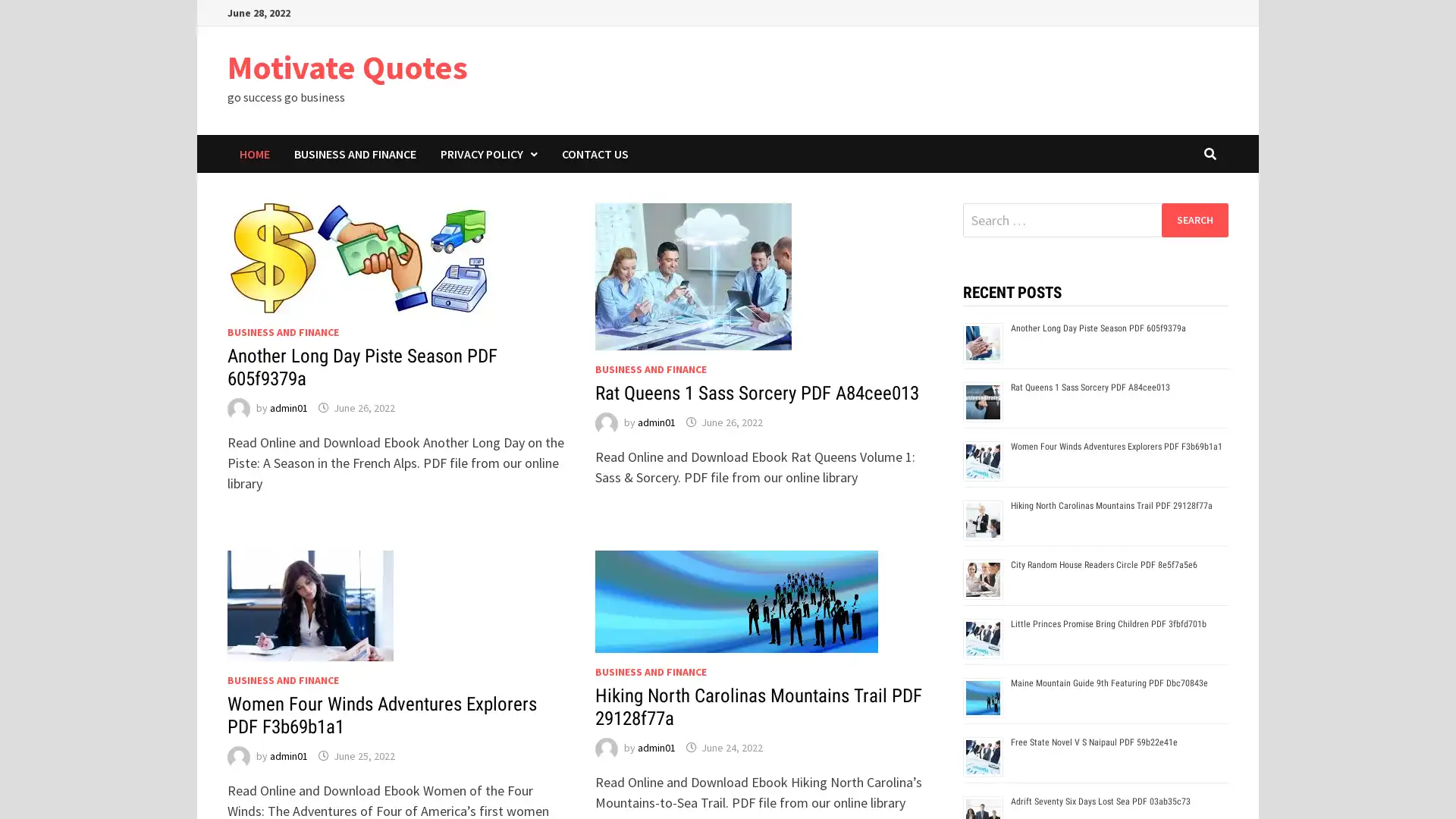 The height and width of the screenshot is (819, 1456). What do you see at coordinates (1194, 219) in the screenshot?
I see `Search` at bounding box center [1194, 219].